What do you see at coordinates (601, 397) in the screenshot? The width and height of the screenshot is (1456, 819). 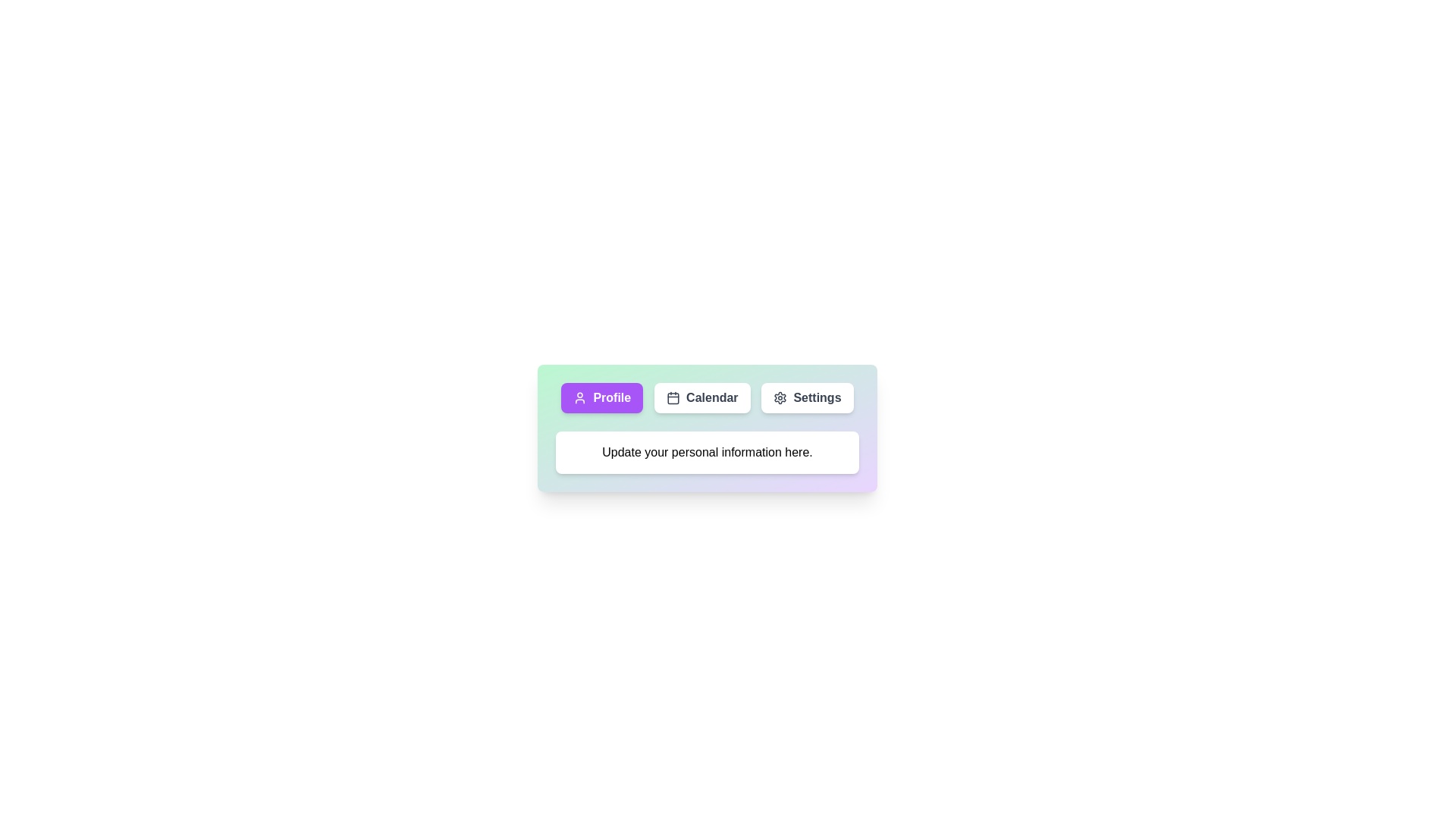 I see `the 'Profile' button, which is styled with a rounded rectangular shape, a purple background, and white text, to observe related effects like scaling` at bounding box center [601, 397].